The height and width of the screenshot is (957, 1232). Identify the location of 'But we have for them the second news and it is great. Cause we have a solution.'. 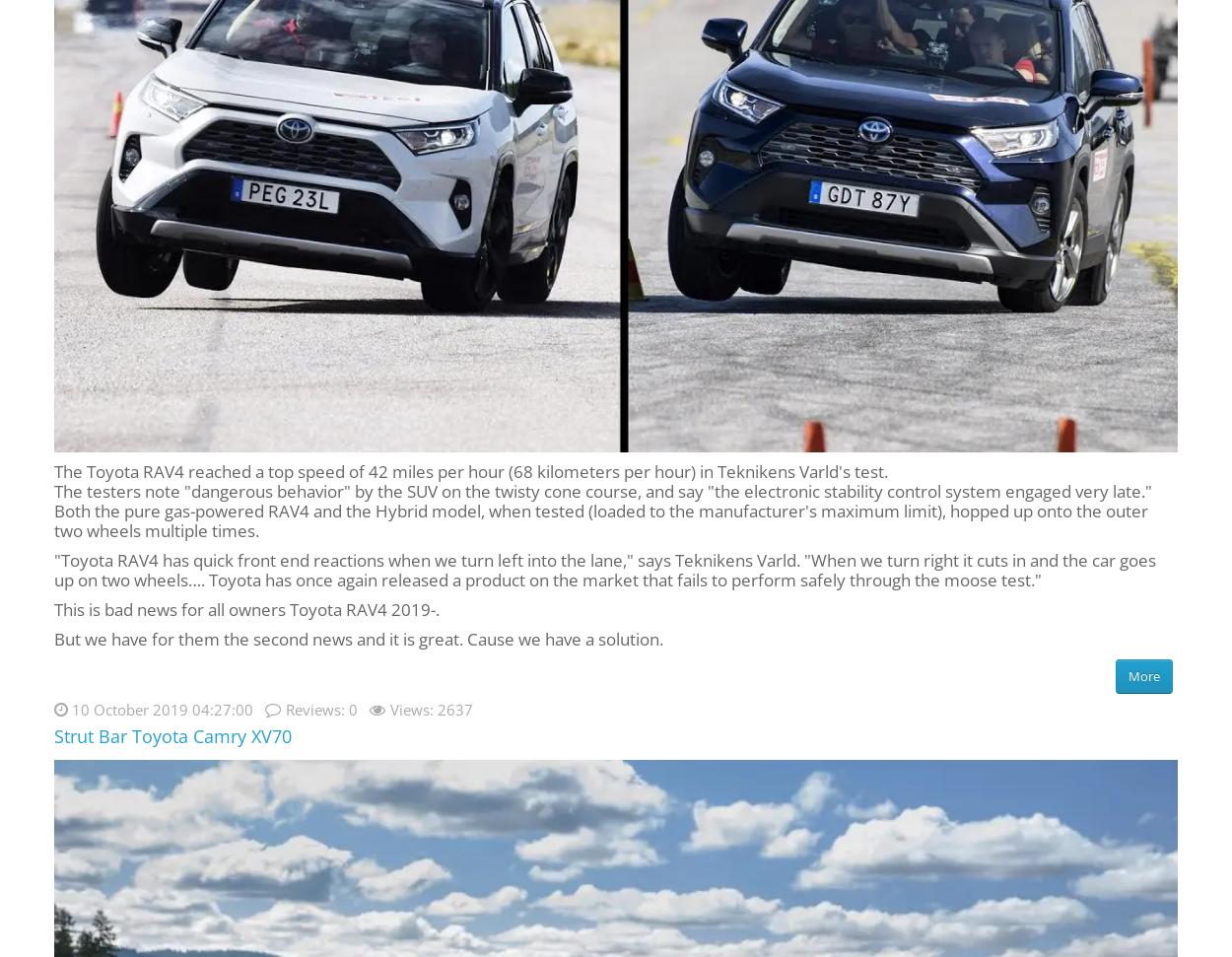
(358, 637).